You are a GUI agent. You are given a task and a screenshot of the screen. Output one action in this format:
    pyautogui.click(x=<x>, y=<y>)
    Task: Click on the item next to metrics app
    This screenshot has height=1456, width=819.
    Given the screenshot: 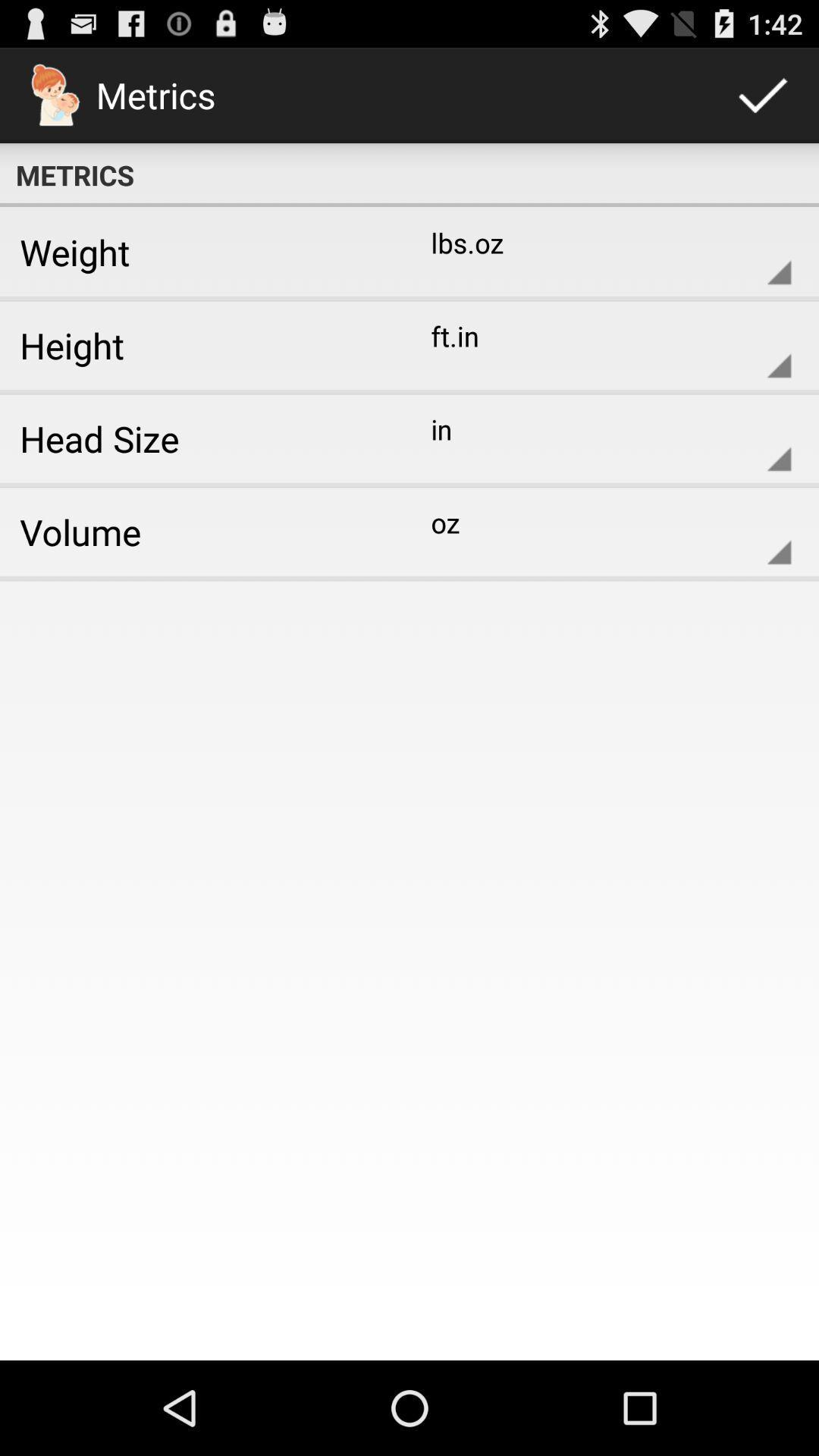 What is the action you would take?
    pyautogui.click(x=763, y=94)
    